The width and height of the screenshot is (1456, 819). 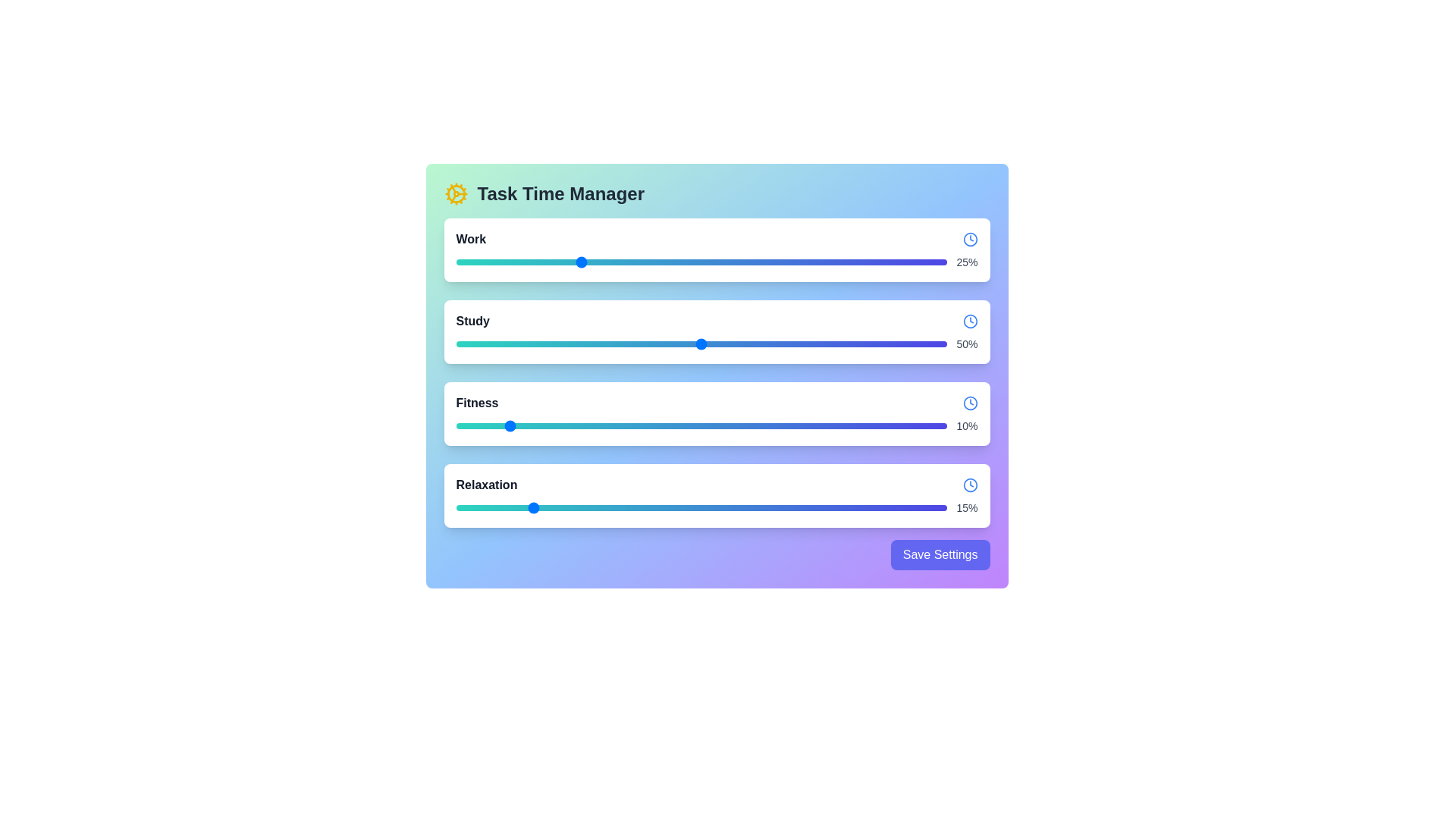 I want to click on the slider for Work to view its tooltip, so click(x=701, y=262).